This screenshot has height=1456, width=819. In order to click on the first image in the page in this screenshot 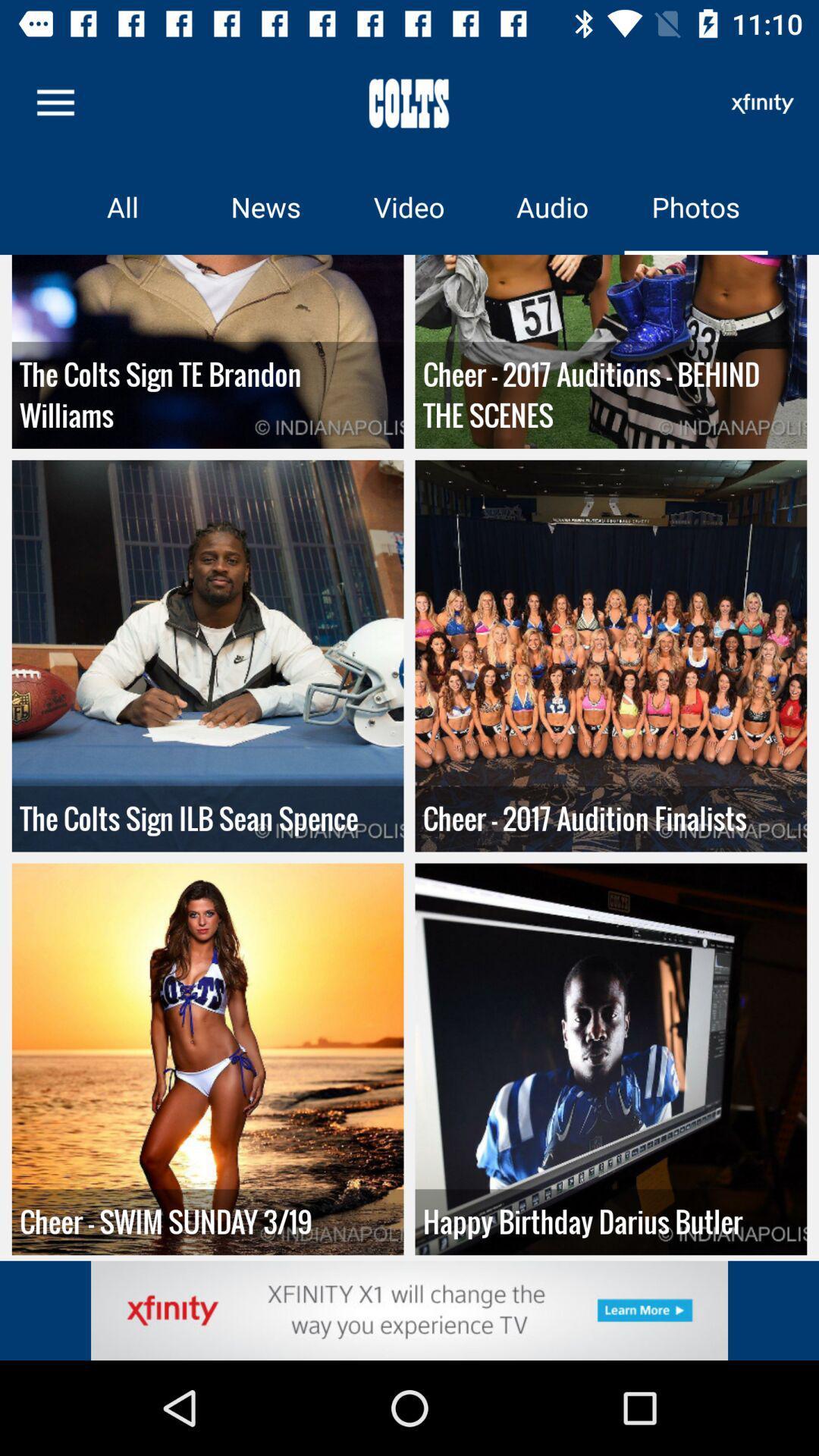, I will do `click(208, 351)`.